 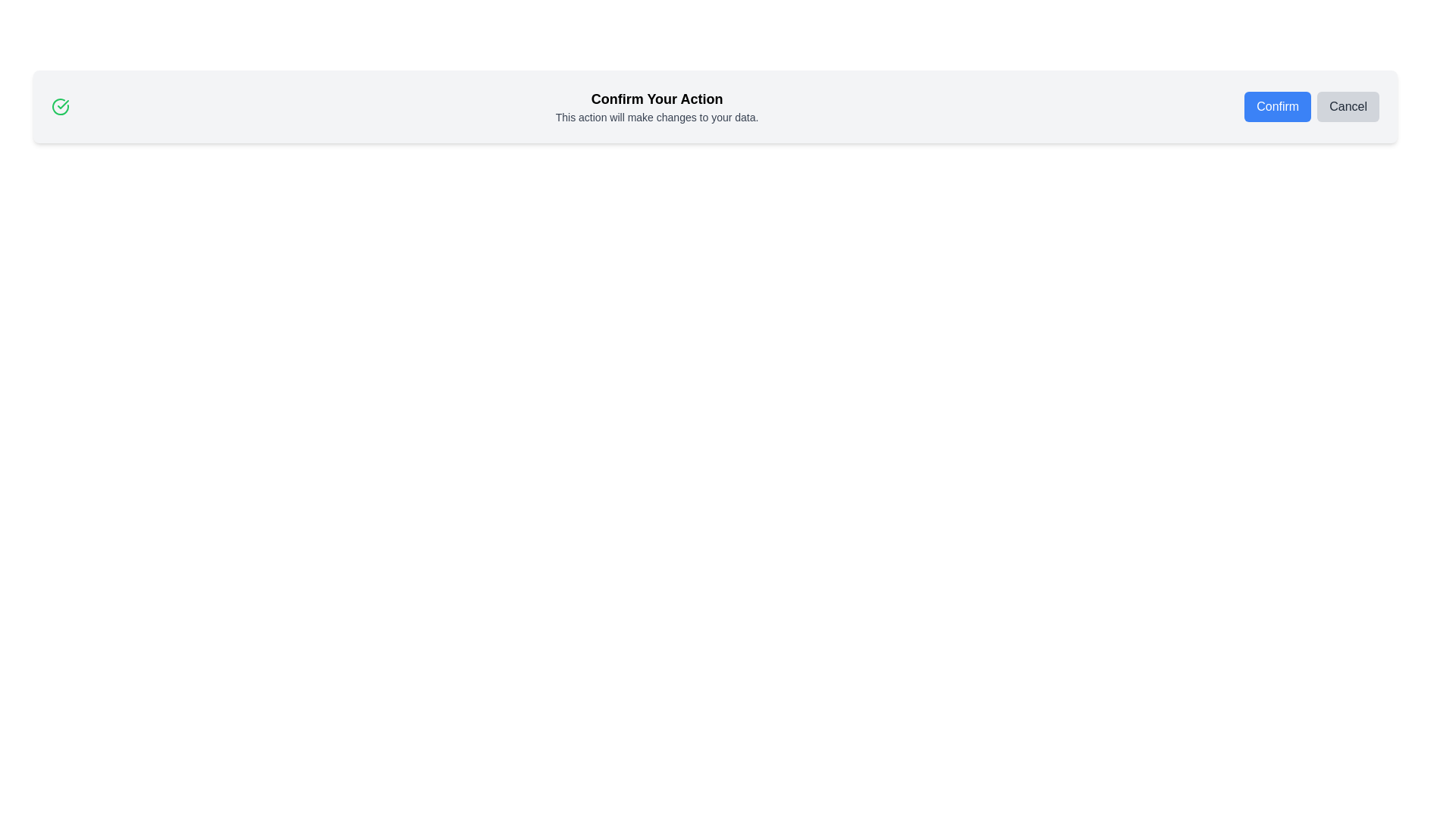 What do you see at coordinates (1277, 106) in the screenshot?
I see `the confirmation button located at the top right section of the interface, which is the first button in a row of two buttons, to confirm the action` at bounding box center [1277, 106].